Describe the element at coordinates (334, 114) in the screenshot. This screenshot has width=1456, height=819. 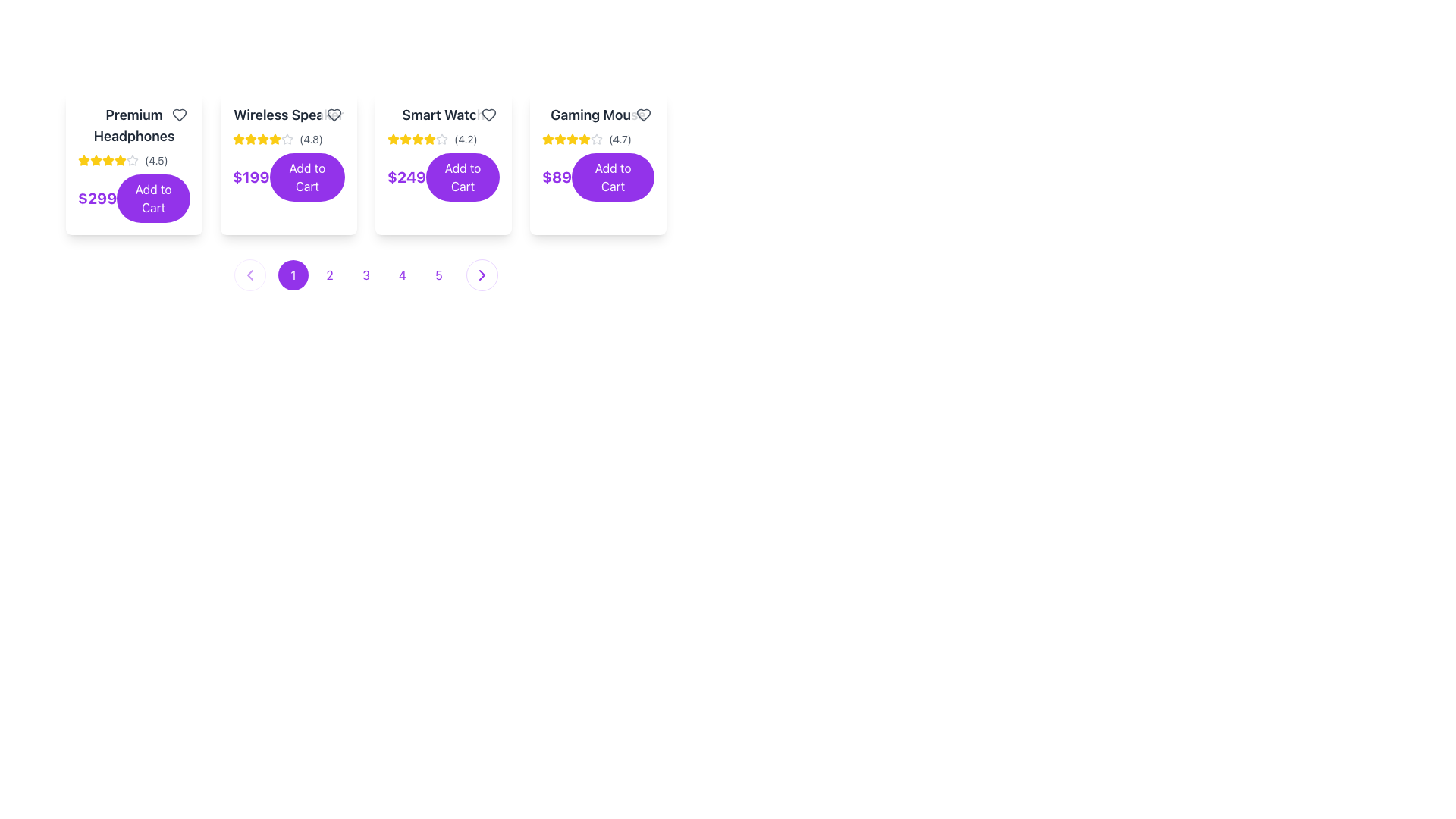
I see `the favorite icon button located in the top-right corner of the 'Wireless Speaker' product card` at that location.